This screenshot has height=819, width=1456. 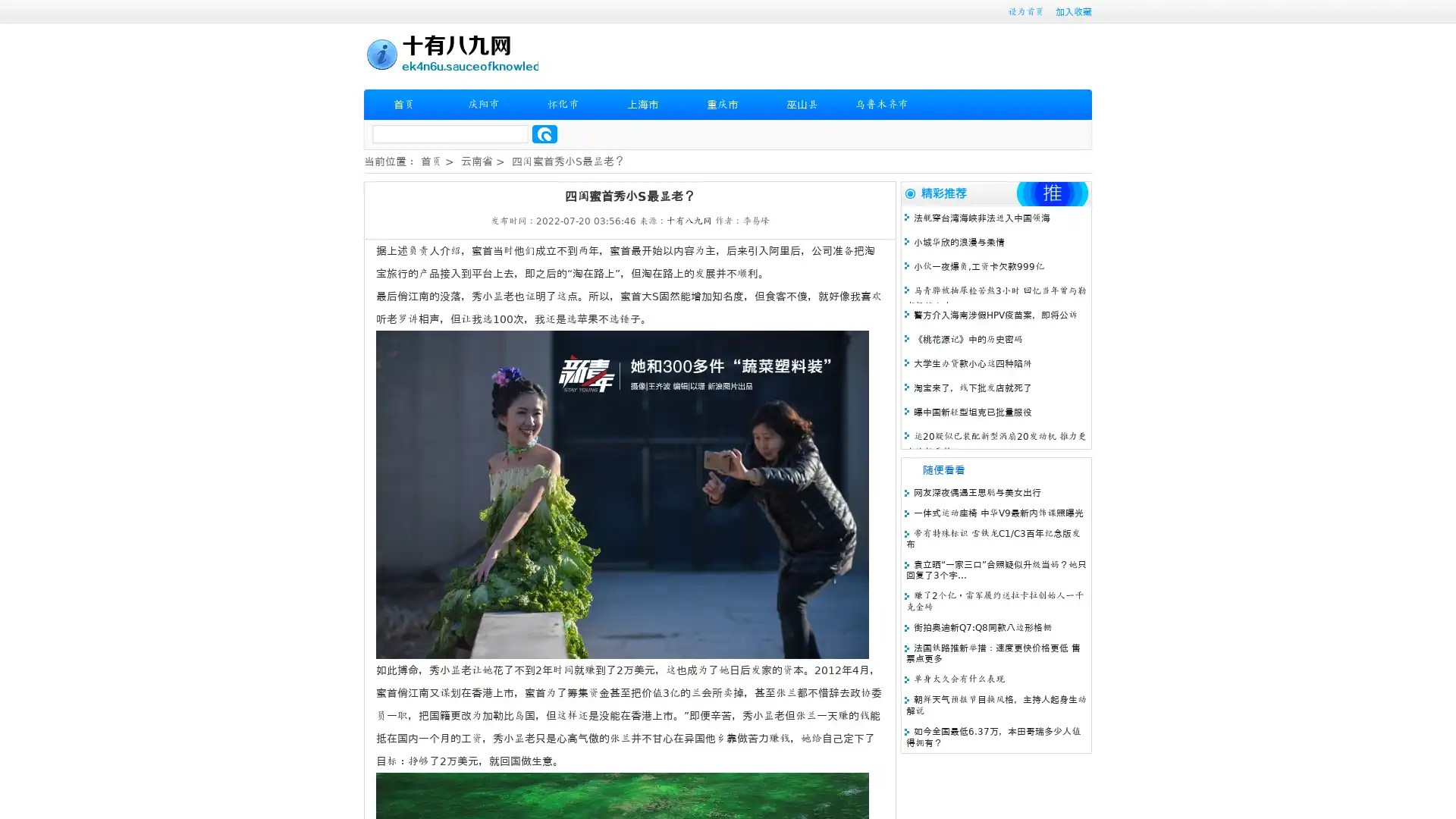 What do you see at coordinates (544, 133) in the screenshot?
I see `Search` at bounding box center [544, 133].